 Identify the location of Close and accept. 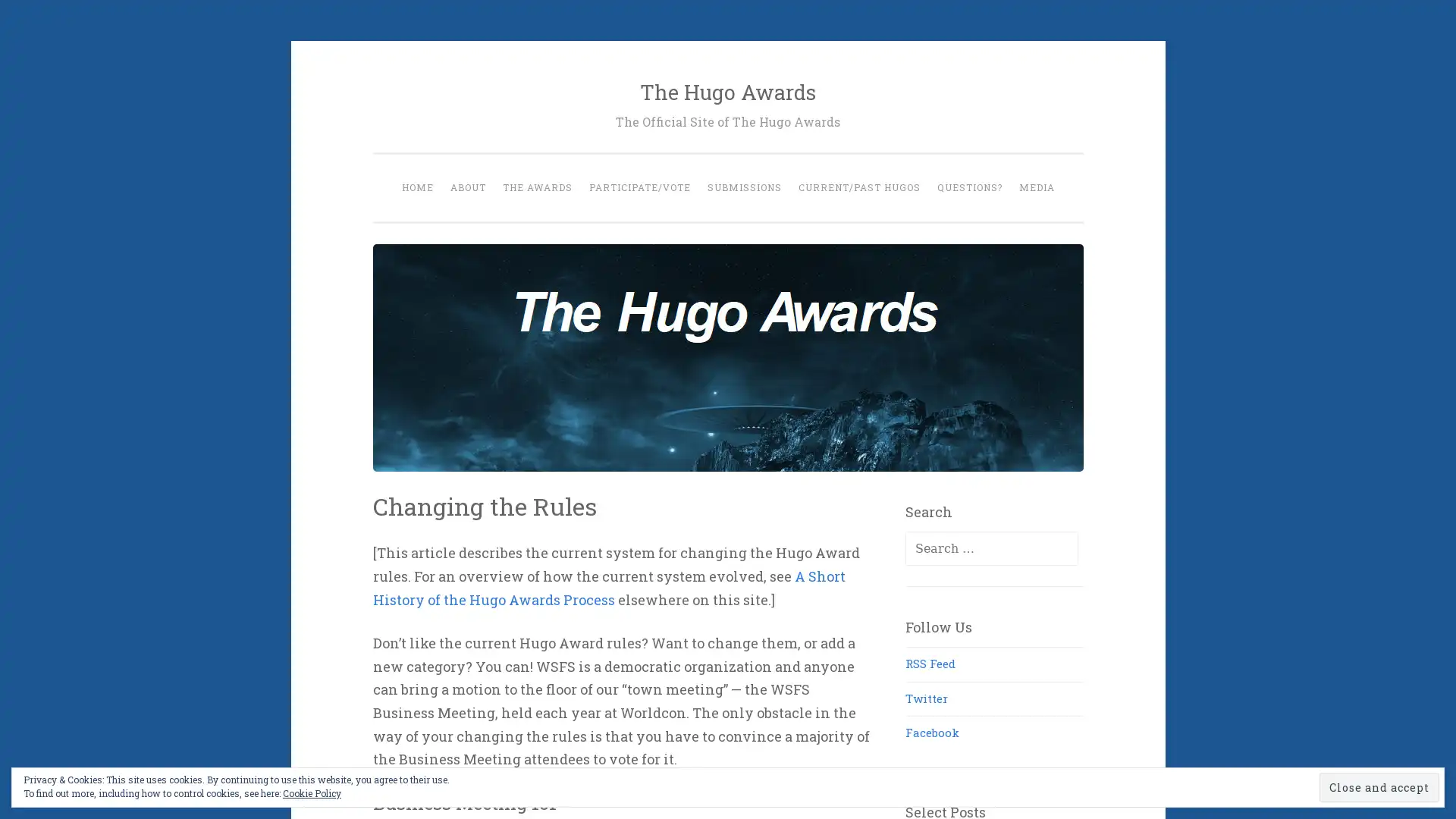
(1379, 786).